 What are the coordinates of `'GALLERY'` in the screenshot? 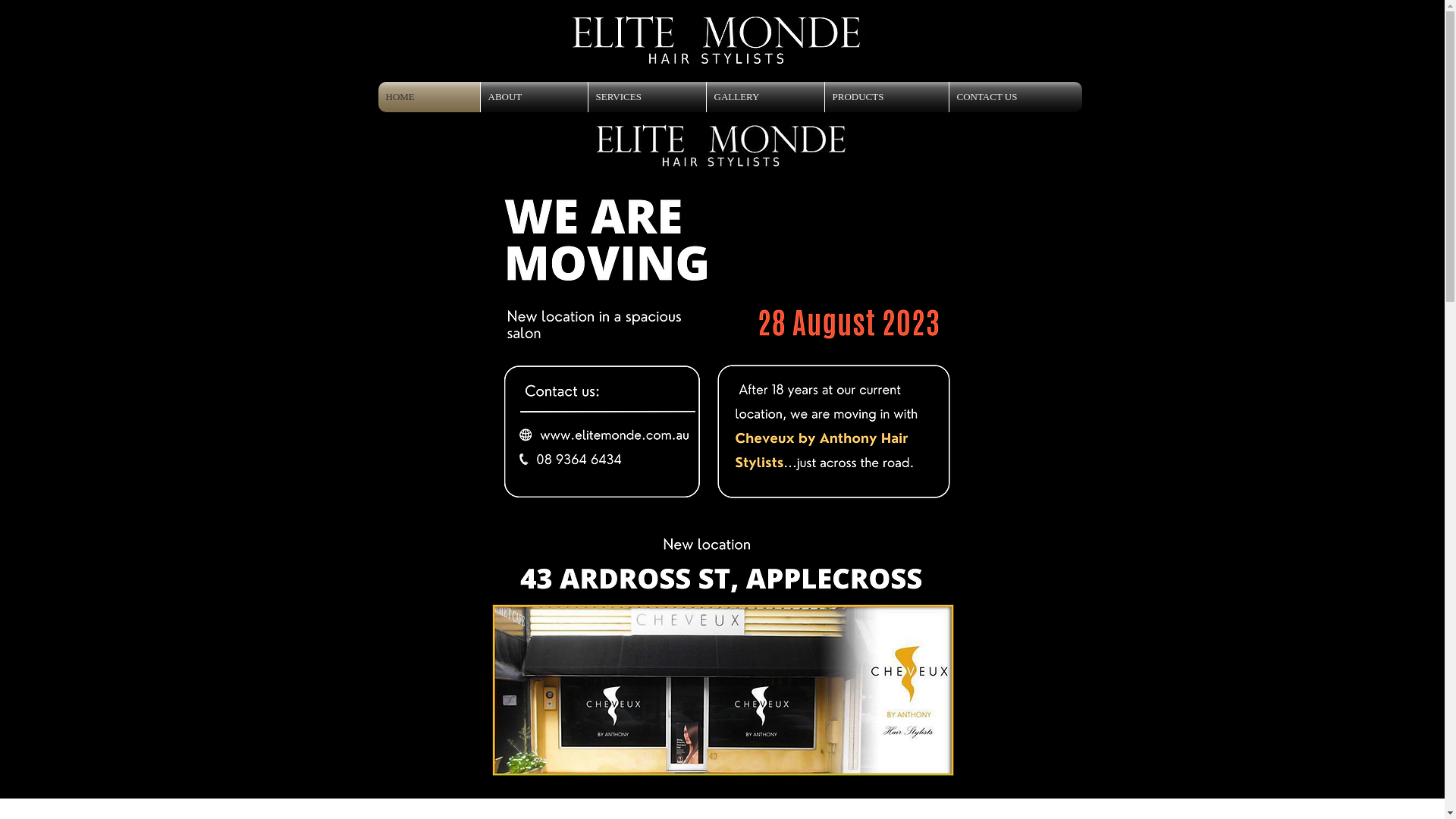 It's located at (765, 96).